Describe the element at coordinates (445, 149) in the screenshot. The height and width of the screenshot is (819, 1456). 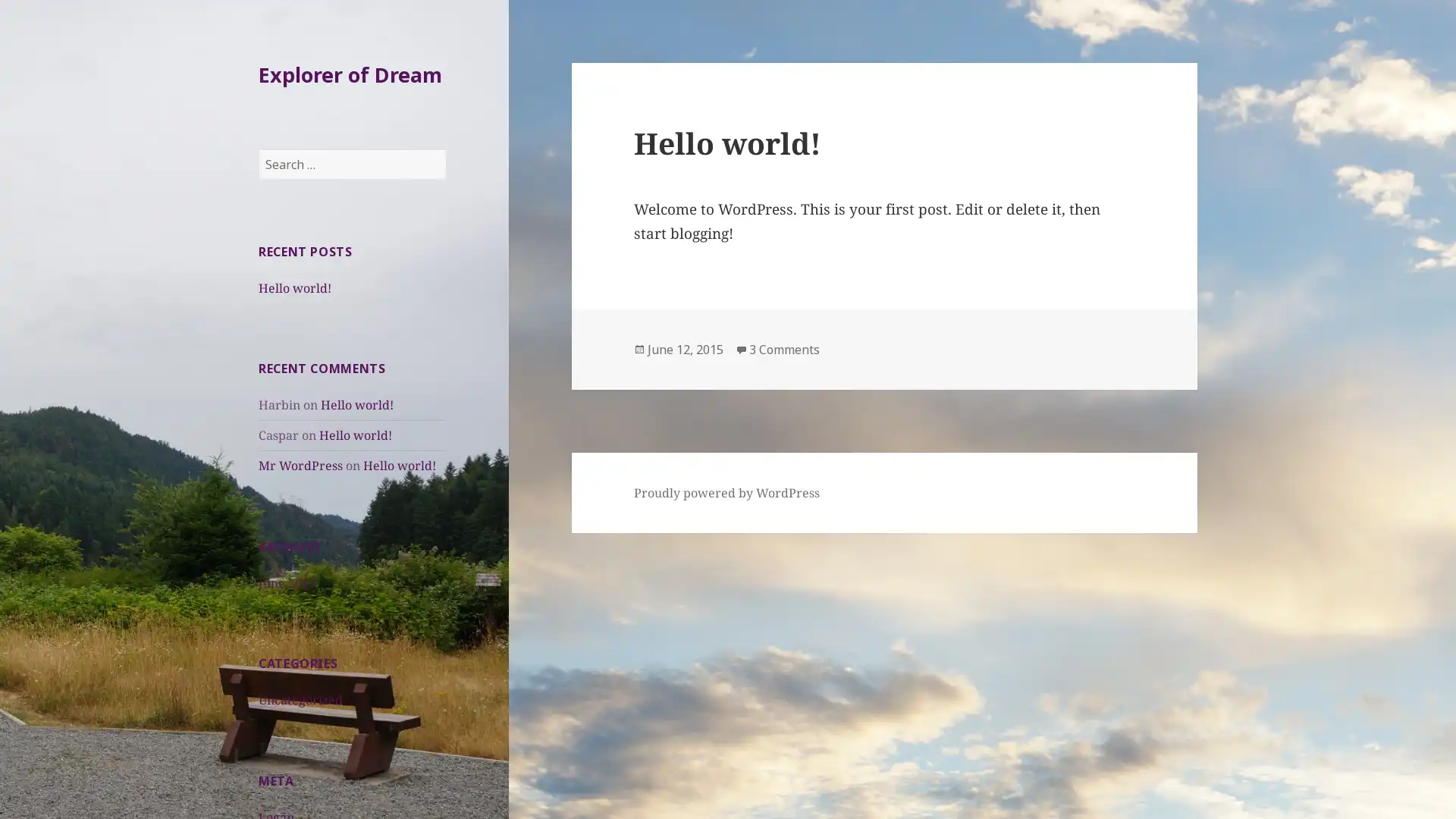
I see `Search` at that location.